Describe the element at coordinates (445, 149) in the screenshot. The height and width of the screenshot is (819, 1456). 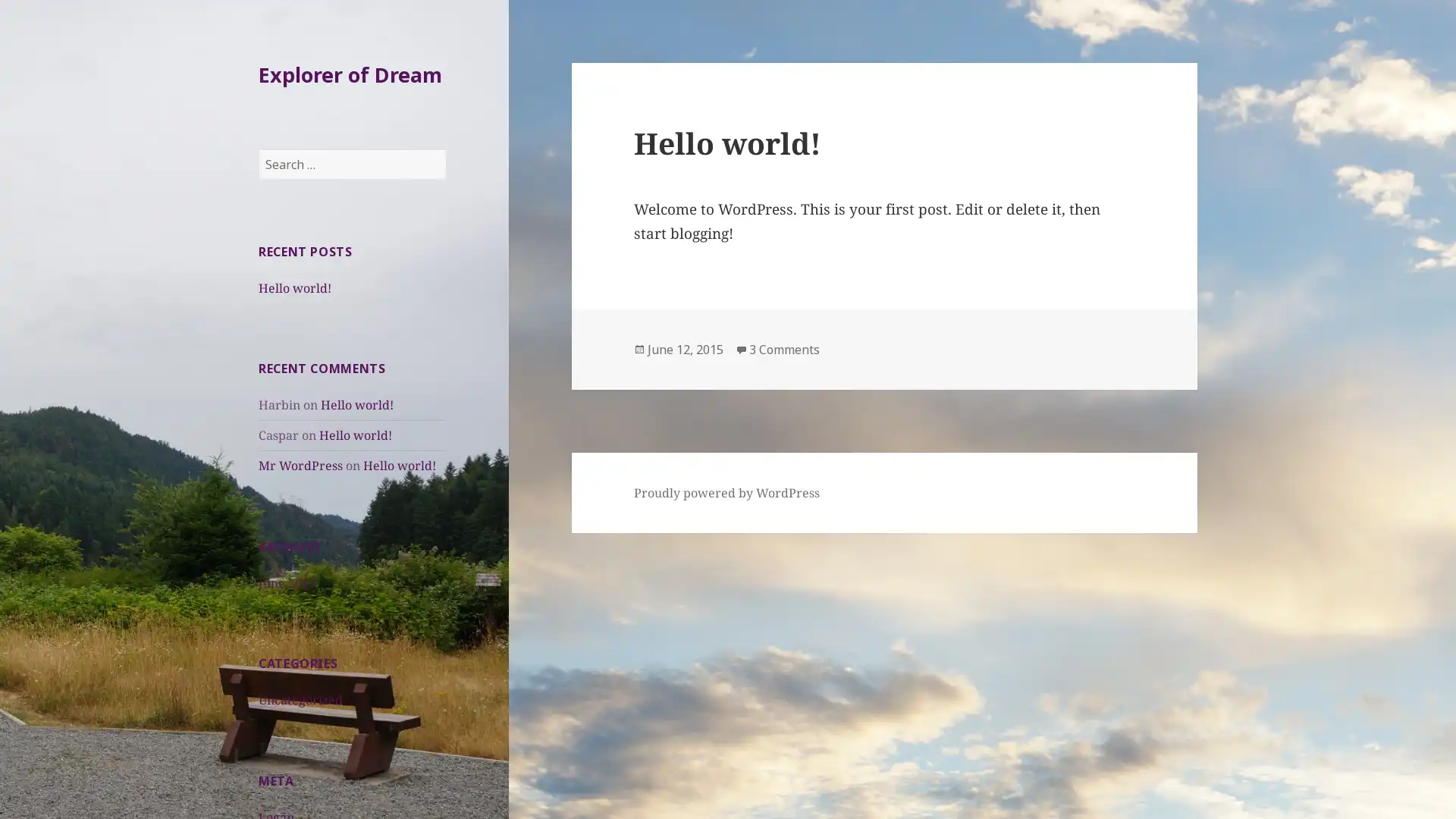
I see `Search` at that location.